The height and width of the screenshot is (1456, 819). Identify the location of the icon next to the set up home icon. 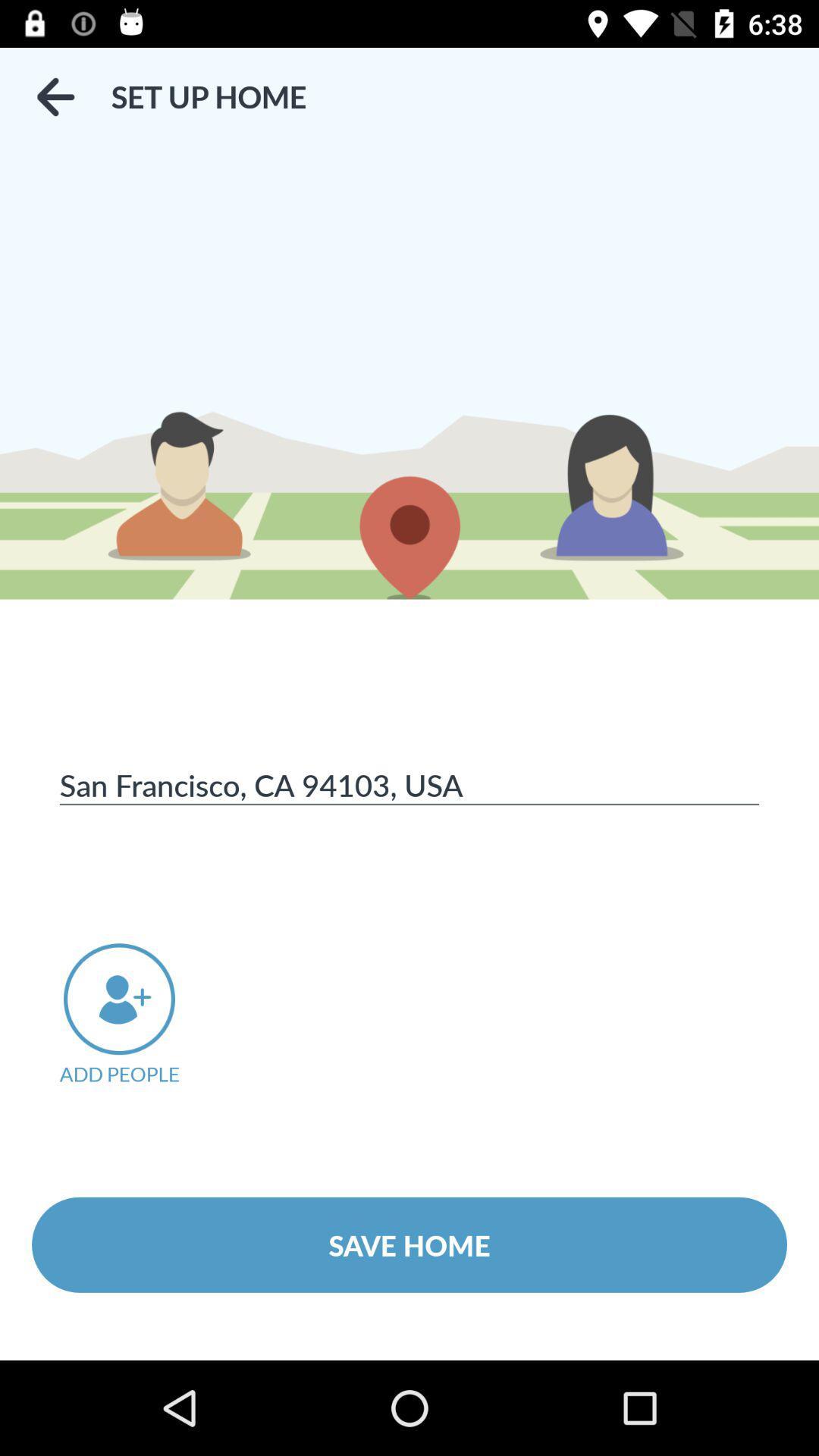
(55, 96).